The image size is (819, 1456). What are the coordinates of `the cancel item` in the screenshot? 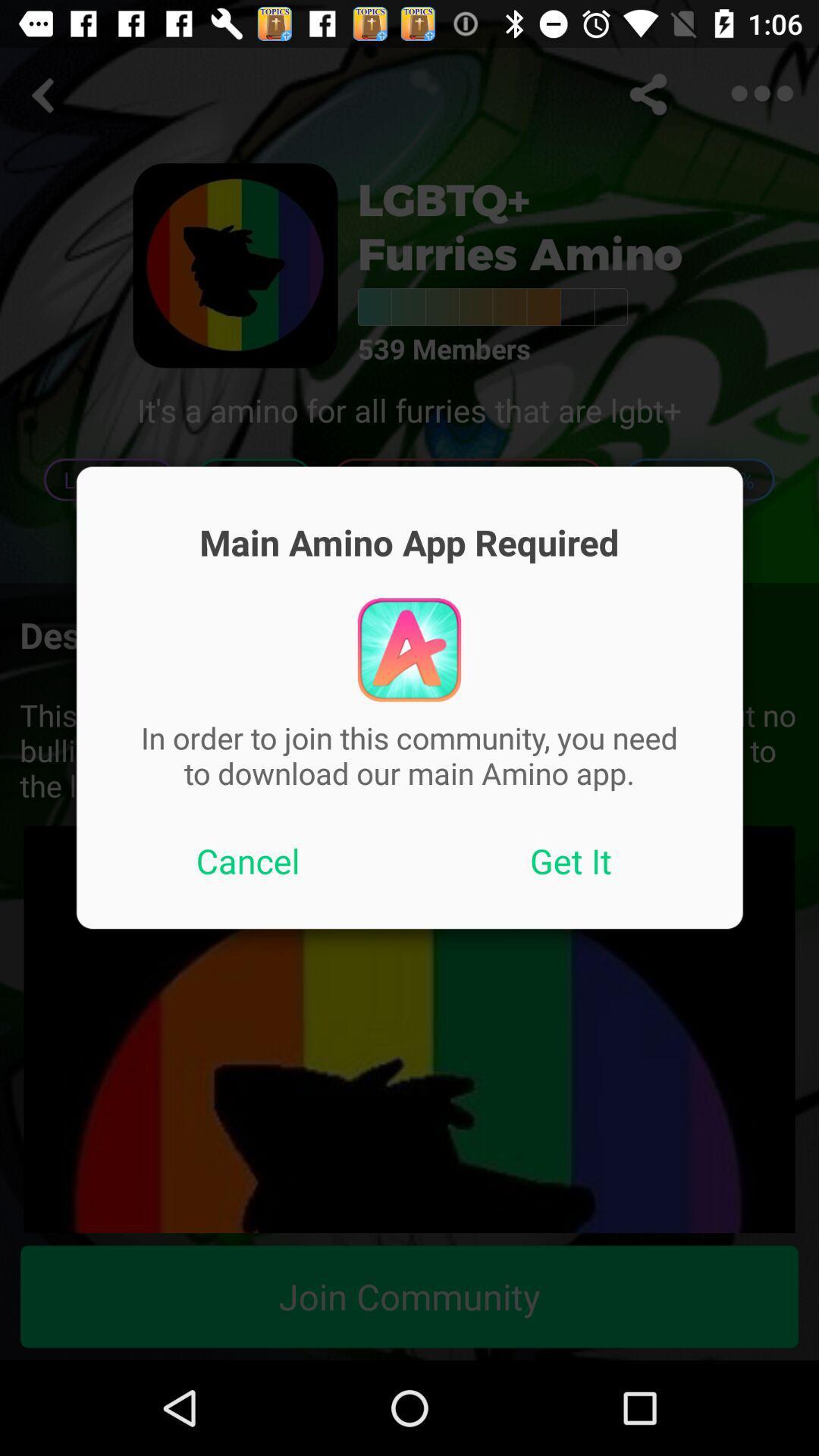 It's located at (247, 861).